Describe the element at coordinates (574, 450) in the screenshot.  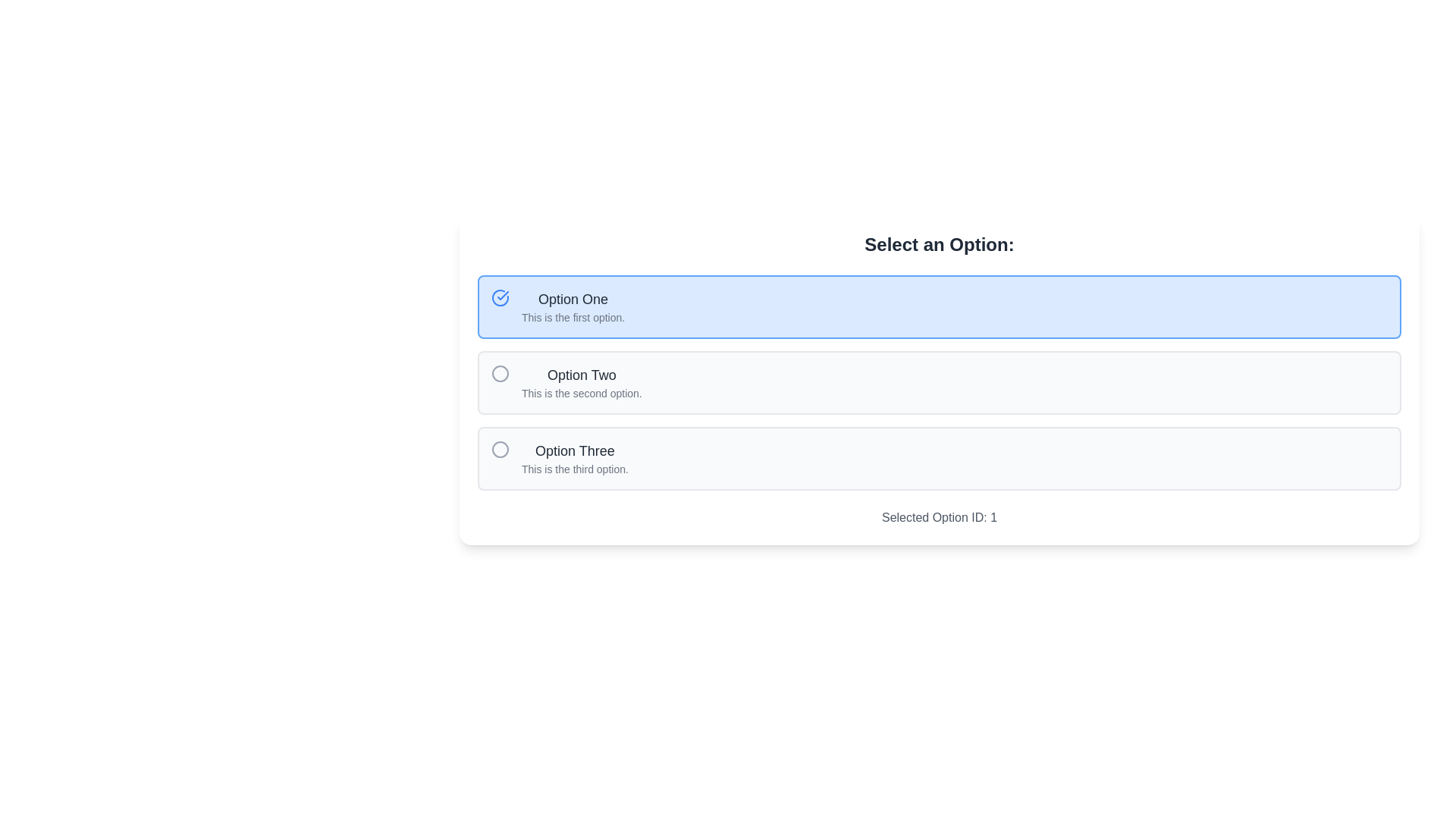
I see `text content of the Text Label displaying 'Option Three', which is the title of the third option in the selectable option group` at that location.